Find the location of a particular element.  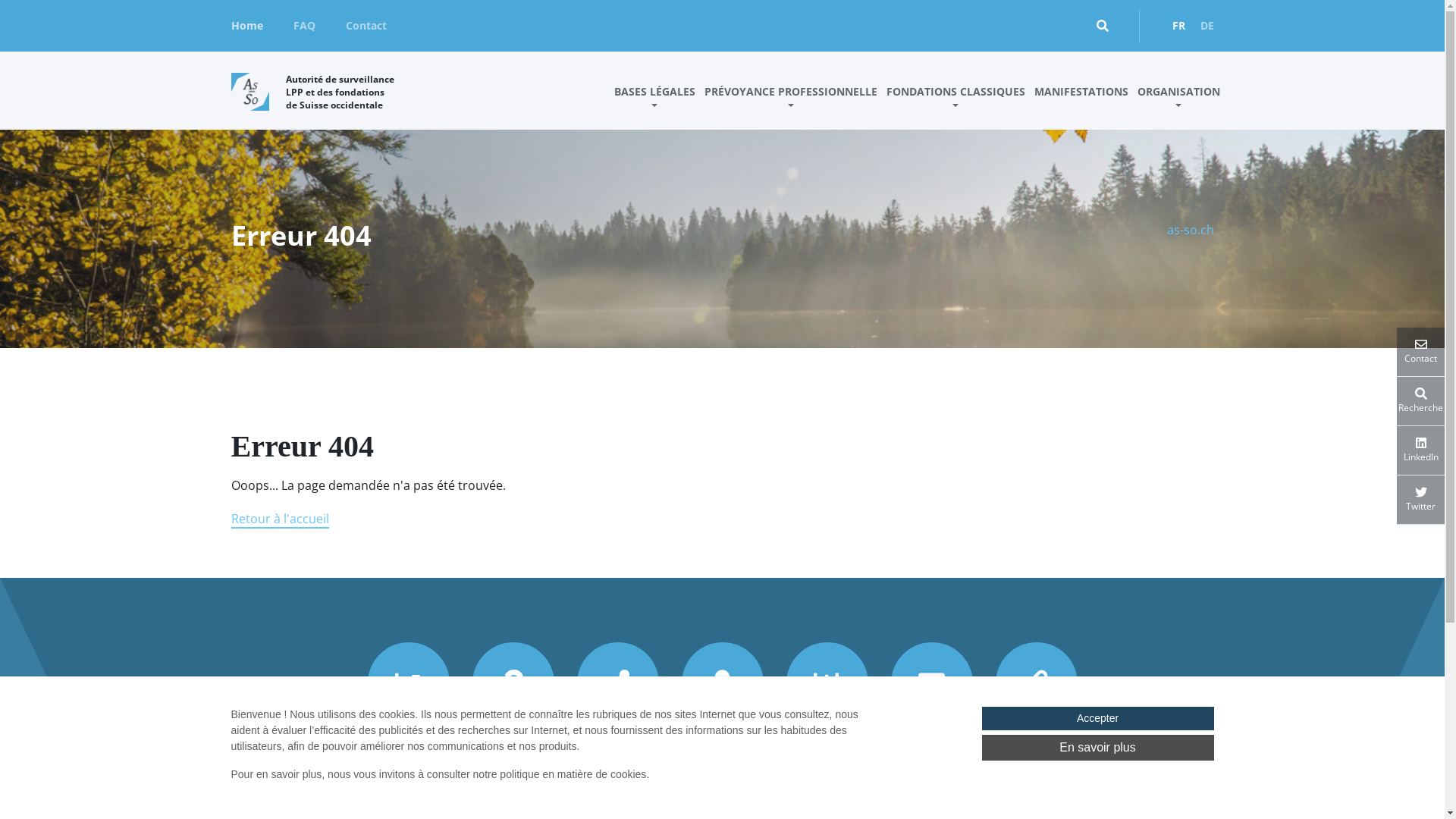

'FONDATIONS CLASSIQUES' is located at coordinates (954, 104).